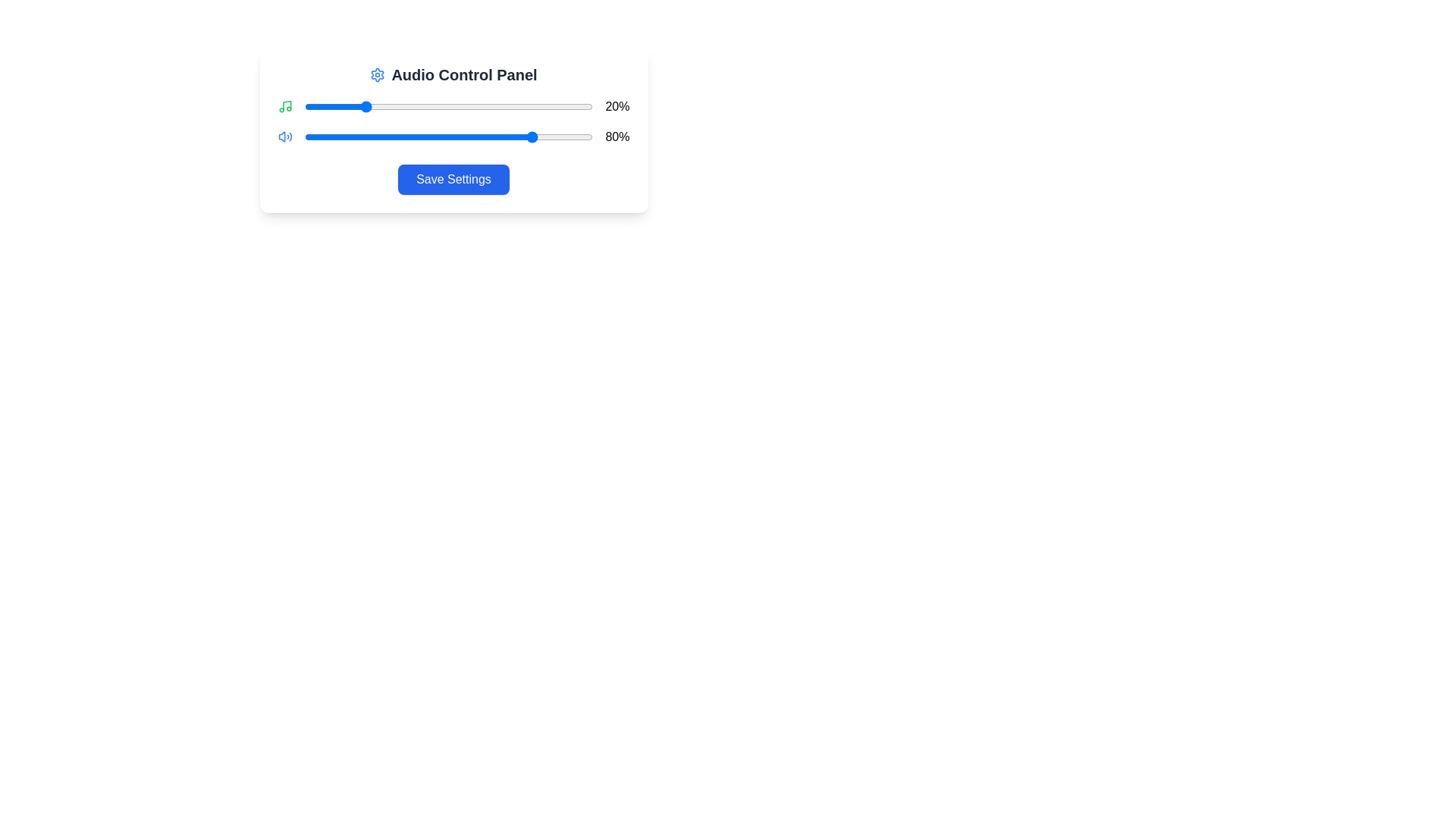  I want to click on the second volume slider to 44%, so click(431, 137).